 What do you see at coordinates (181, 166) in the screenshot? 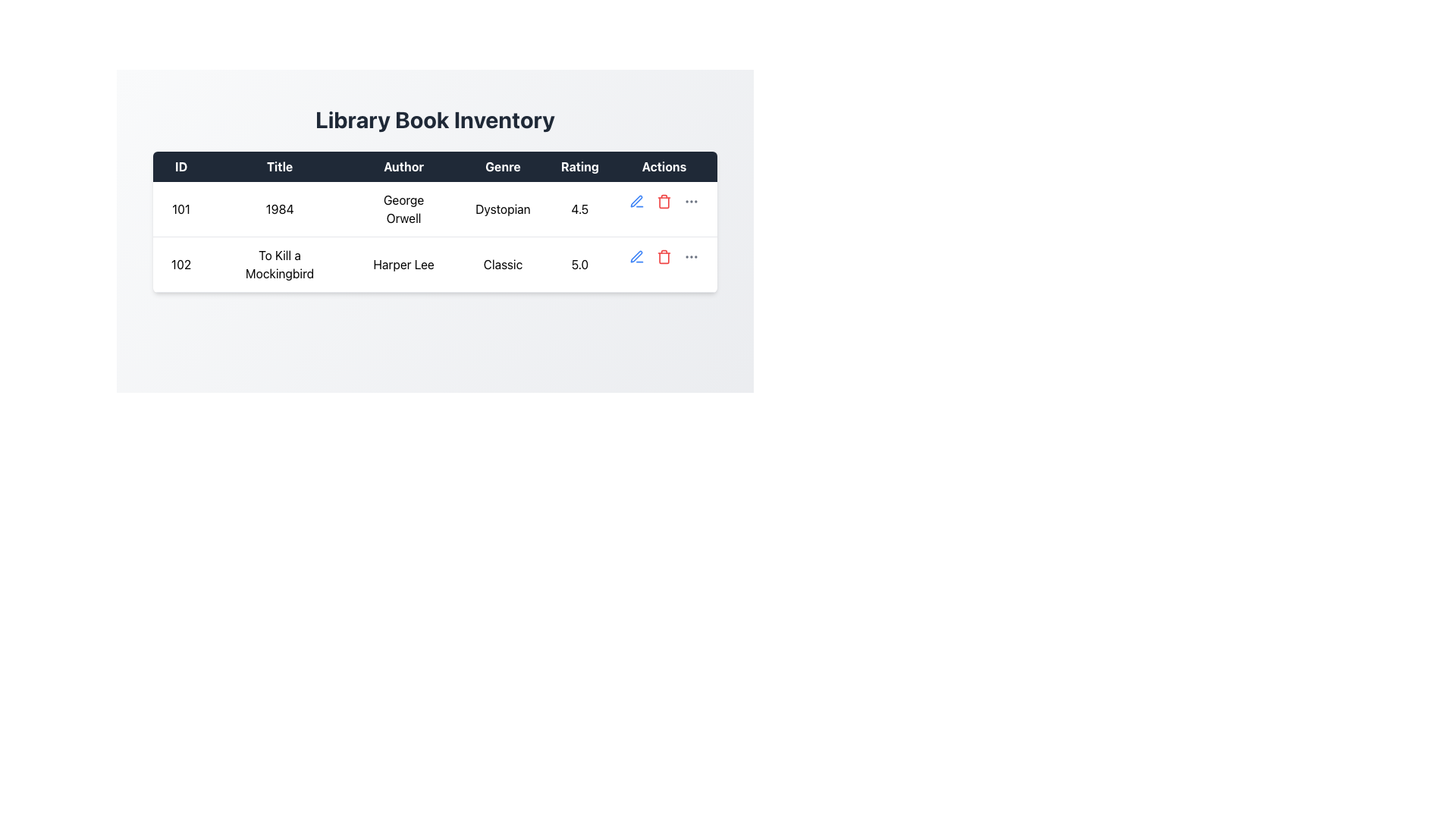
I see `the Table Header Cell with the bold white text 'ID'` at bounding box center [181, 166].